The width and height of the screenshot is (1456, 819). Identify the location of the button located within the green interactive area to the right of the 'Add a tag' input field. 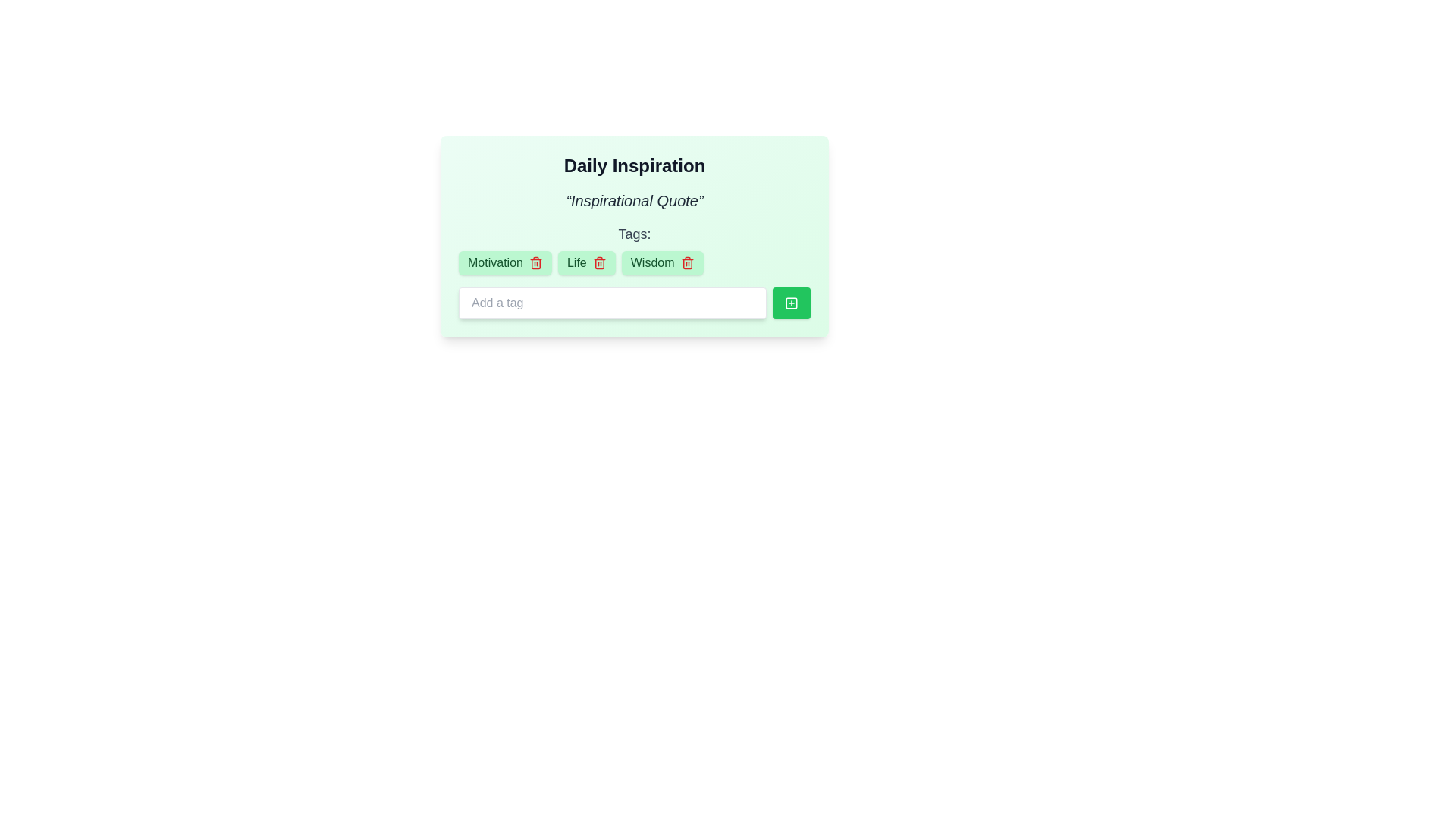
(790, 303).